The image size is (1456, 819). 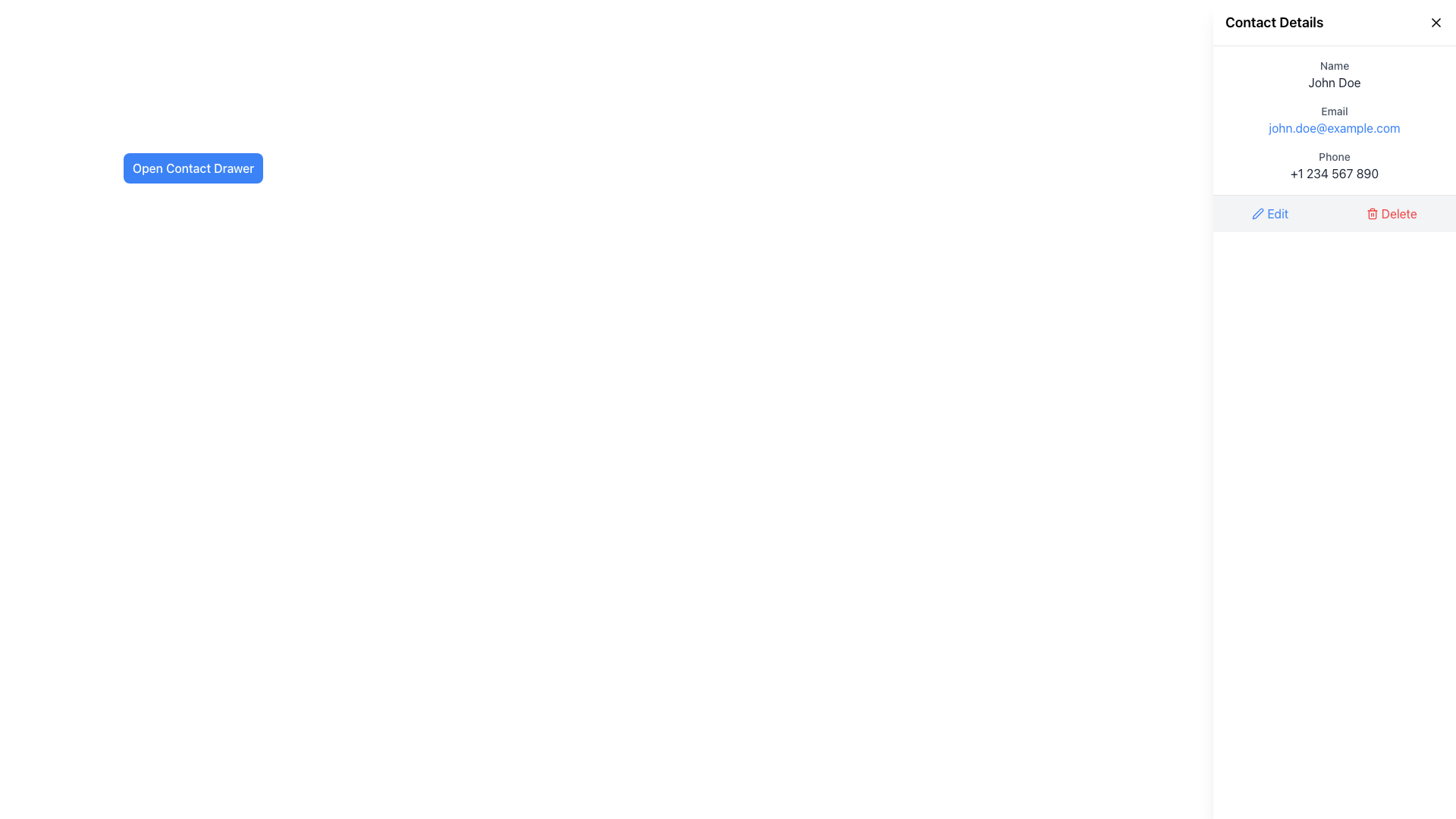 I want to click on the 'Edit' button located at the top of the right panel under the contact information, which is represented by an 'Edit' icon, so click(x=1258, y=213).